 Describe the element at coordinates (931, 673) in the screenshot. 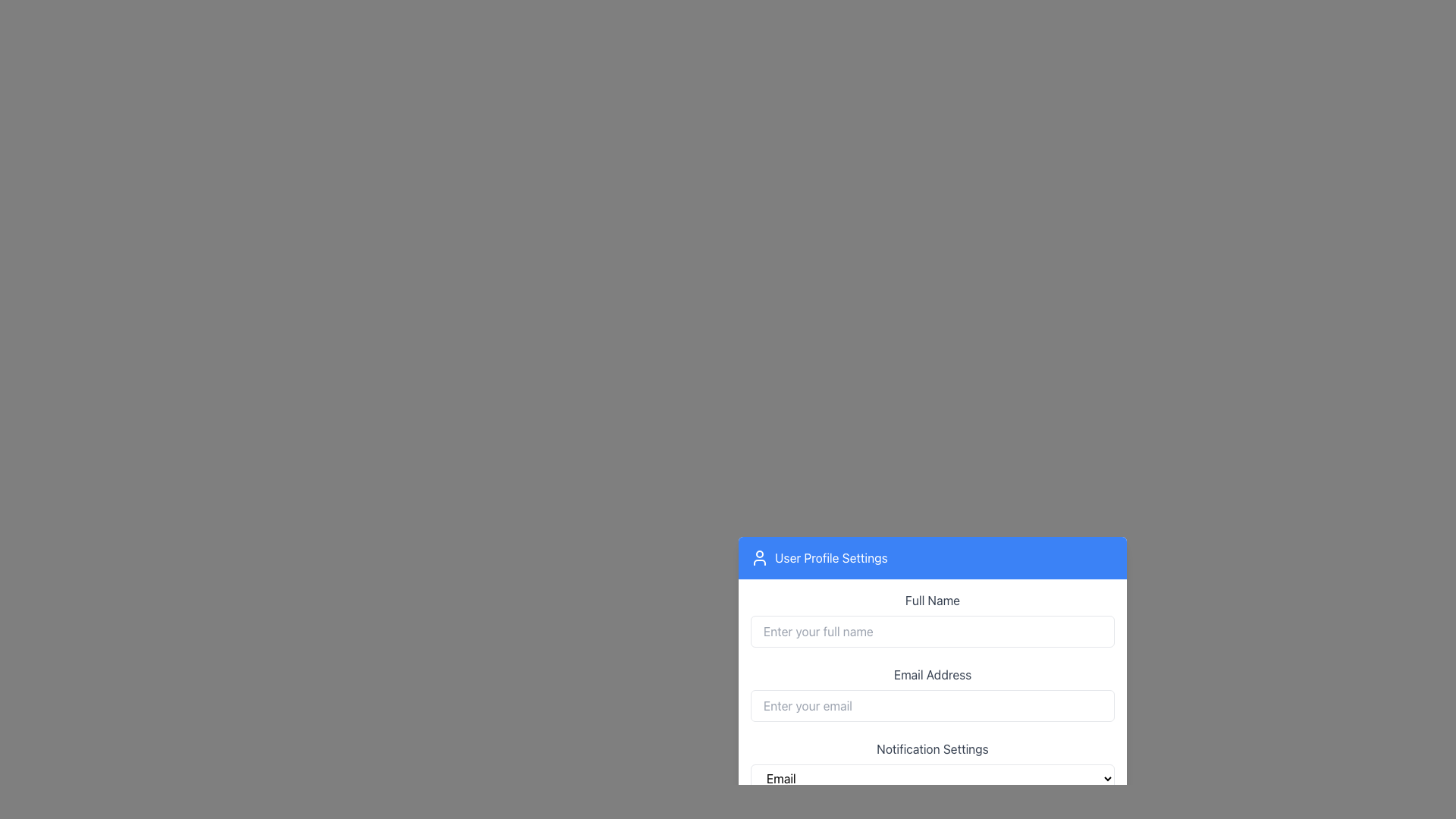

I see `the descriptive Text label for the email input field in the 'User Profile Settings' section, which is located above the input field with the placeholder 'Enter your email'` at that location.